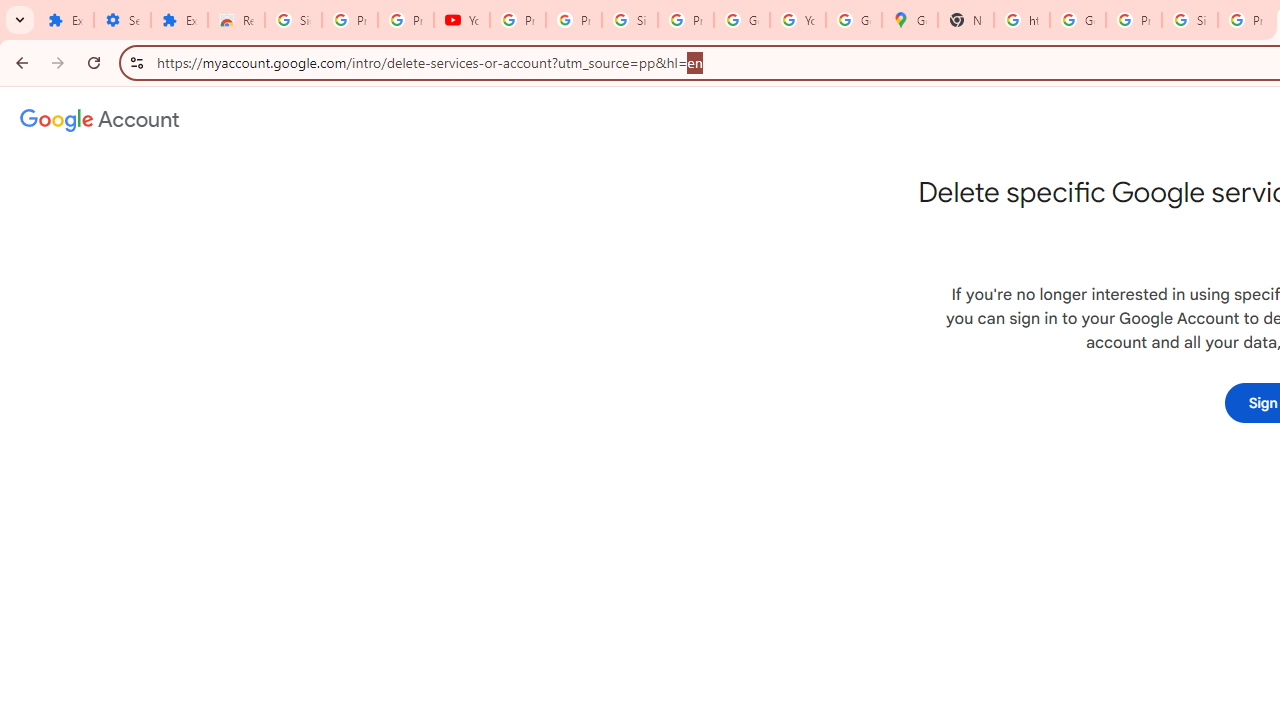  I want to click on 'Extensions', so click(65, 20).